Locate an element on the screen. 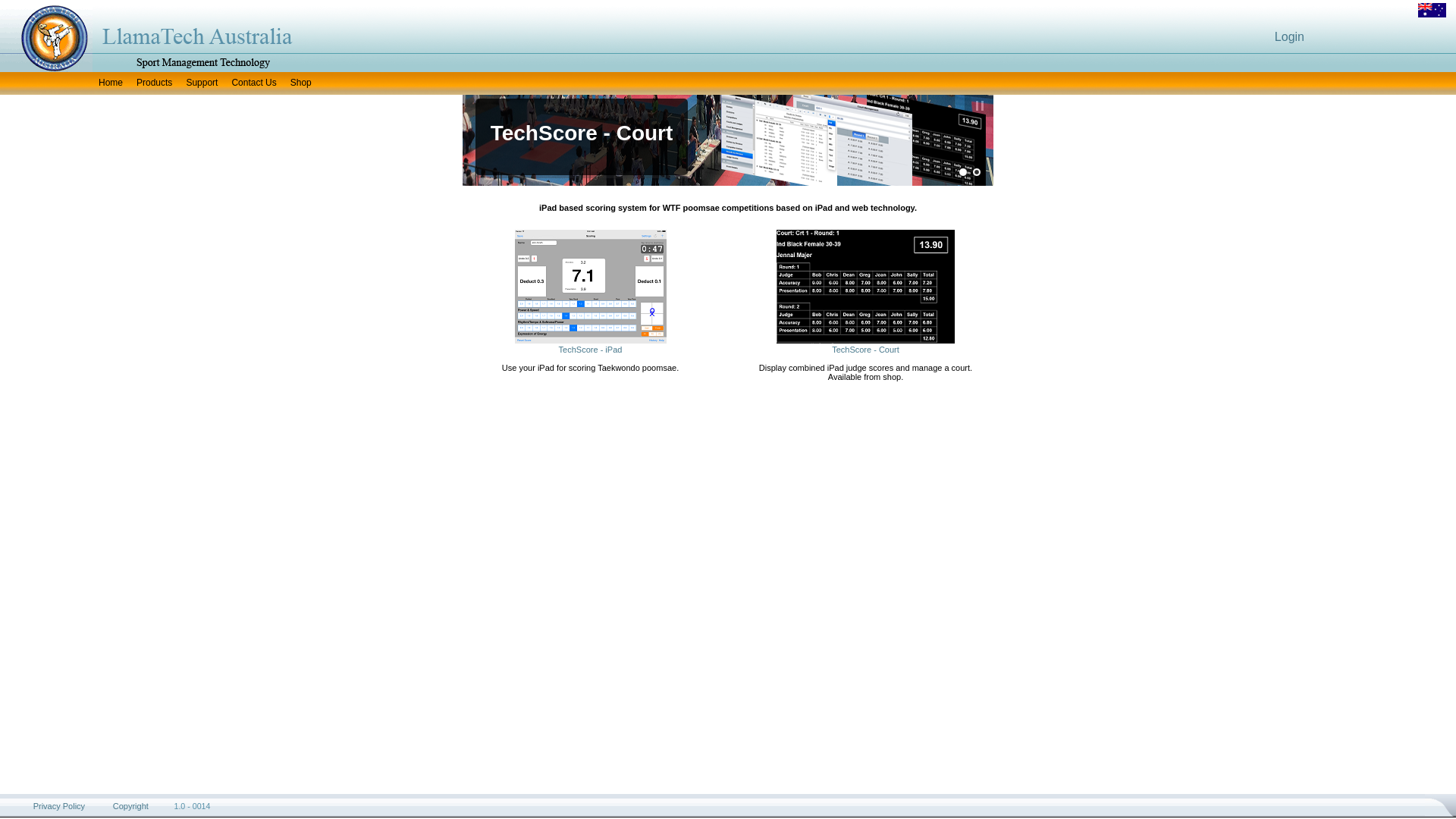 The height and width of the screenshot is (819, 1456). 'Copyright' is located at coordinates (130, 805).